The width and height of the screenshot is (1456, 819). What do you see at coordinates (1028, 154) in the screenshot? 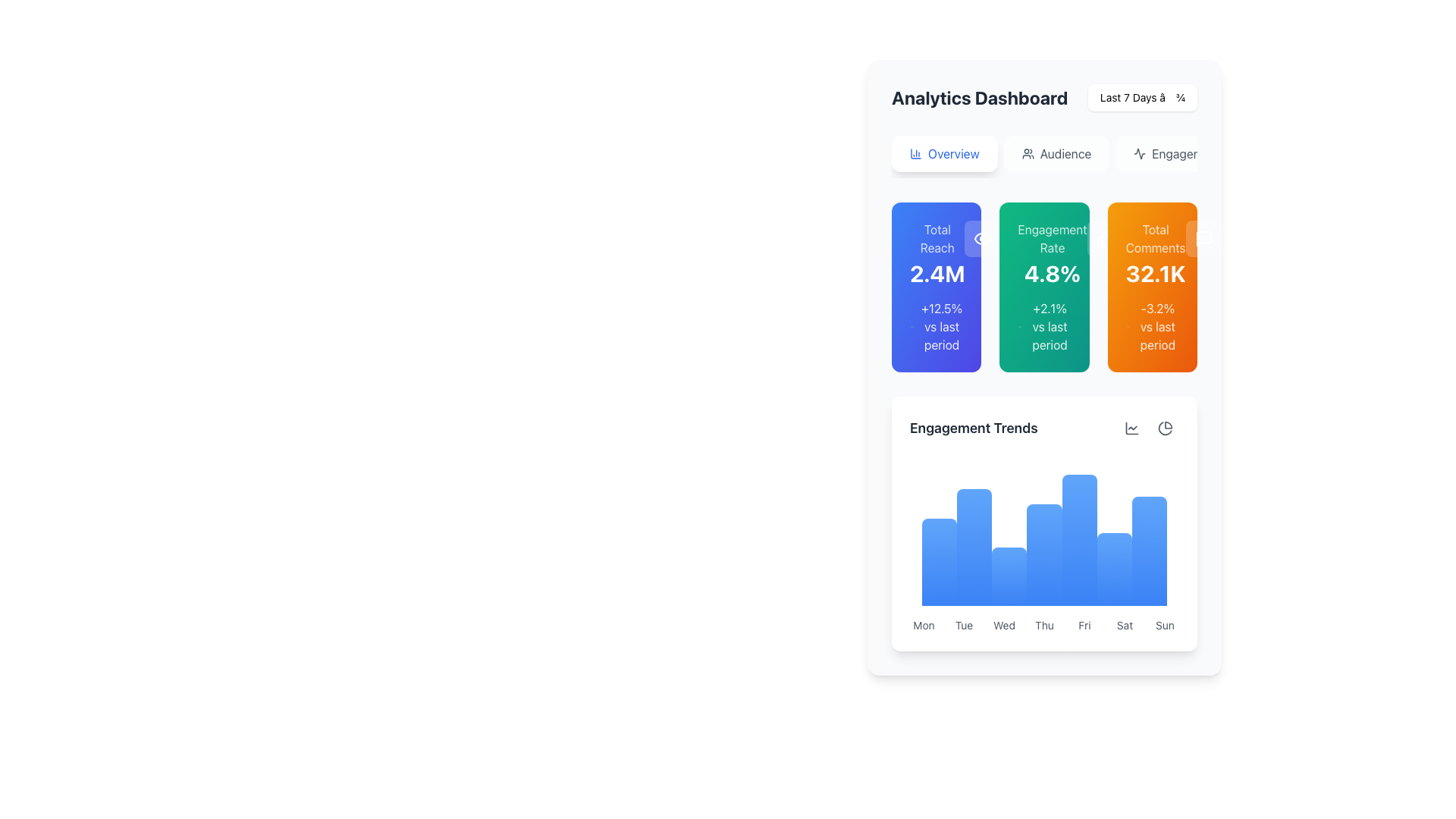
I see `the icon resembling a group of users next to the text label 'Audience'` at bounding box center [1028, 154].